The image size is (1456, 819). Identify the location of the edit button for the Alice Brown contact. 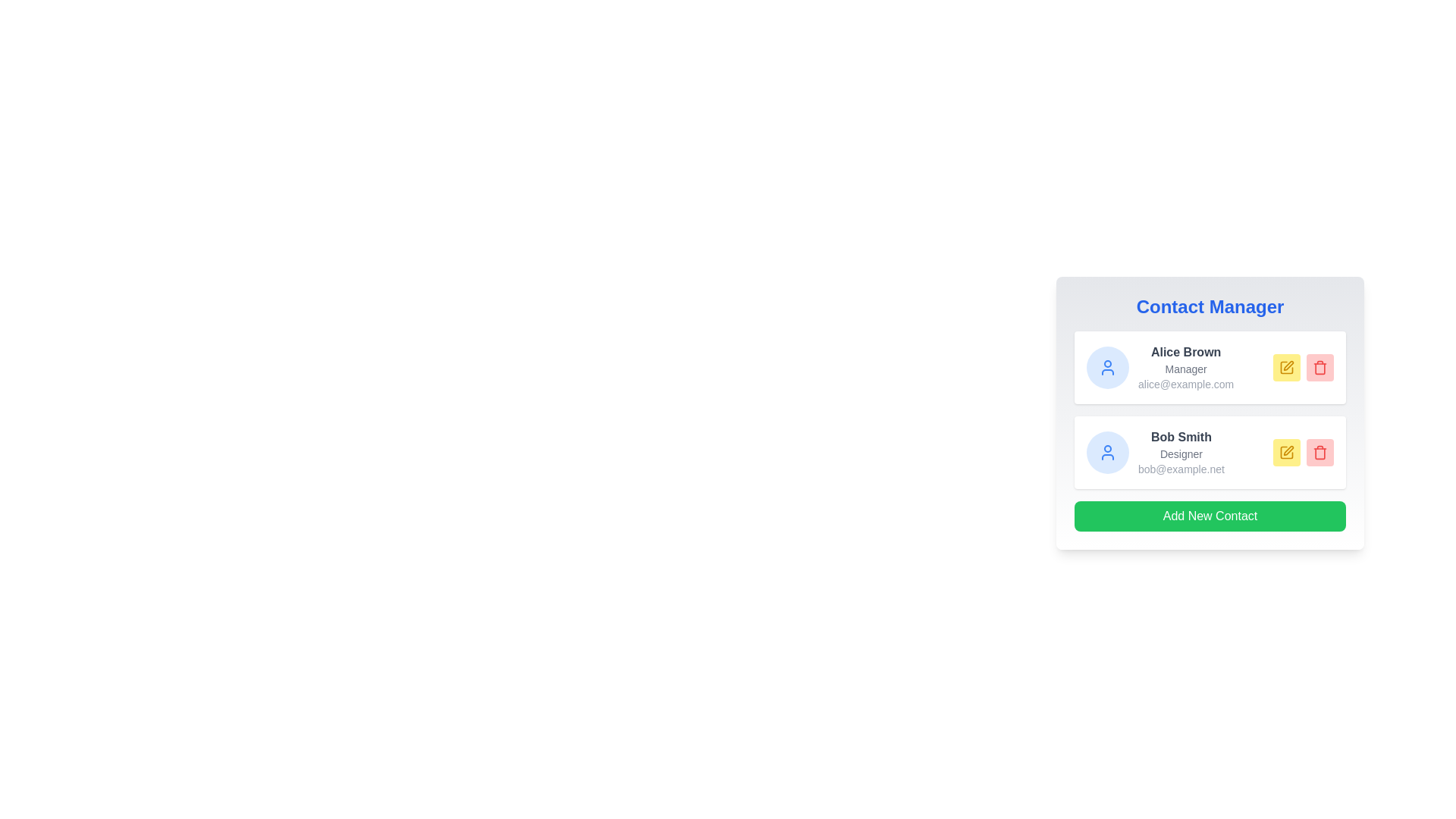
(1286, 368).